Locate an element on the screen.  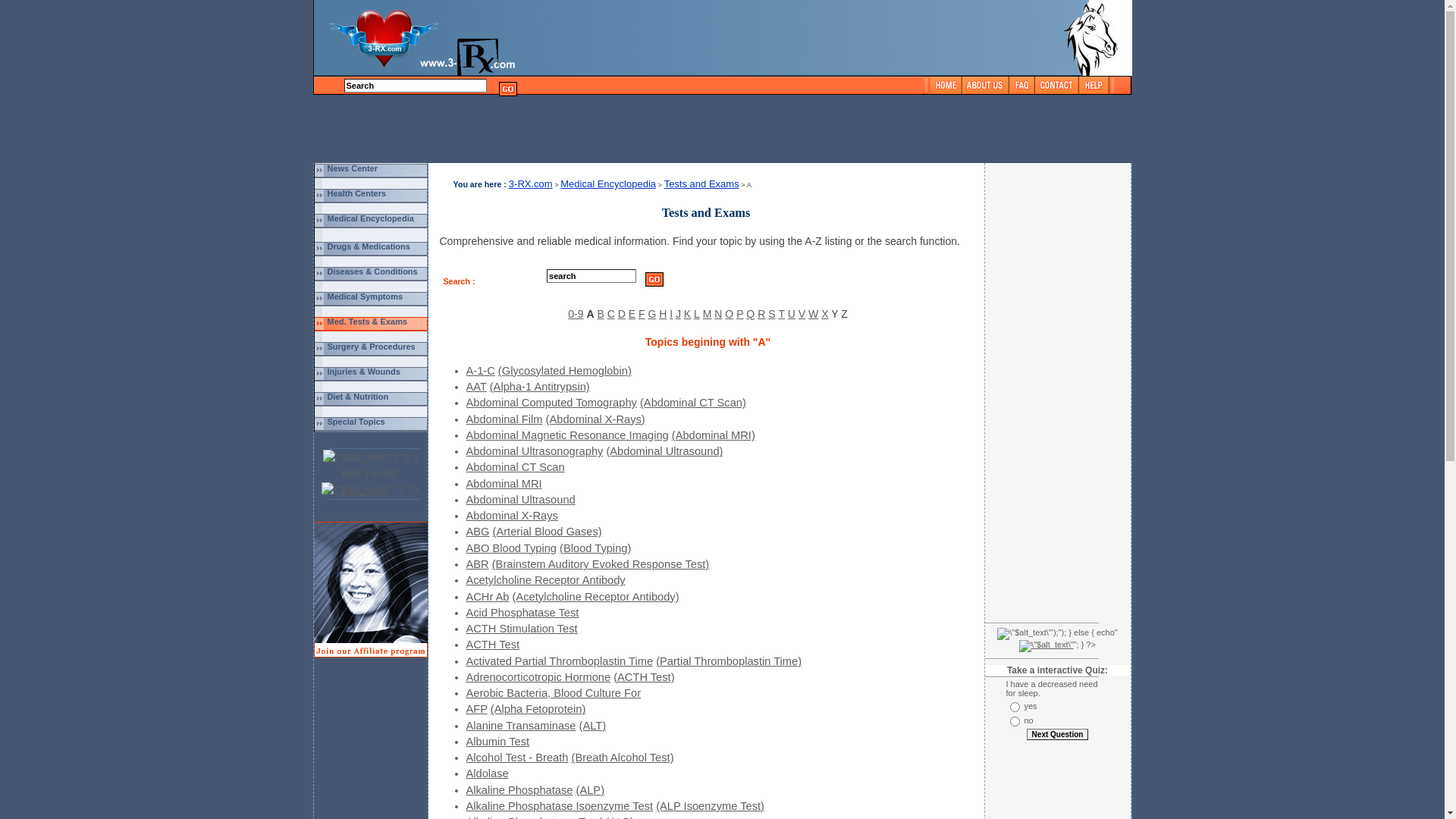
'News Center' is located at coordinates (352, 168).